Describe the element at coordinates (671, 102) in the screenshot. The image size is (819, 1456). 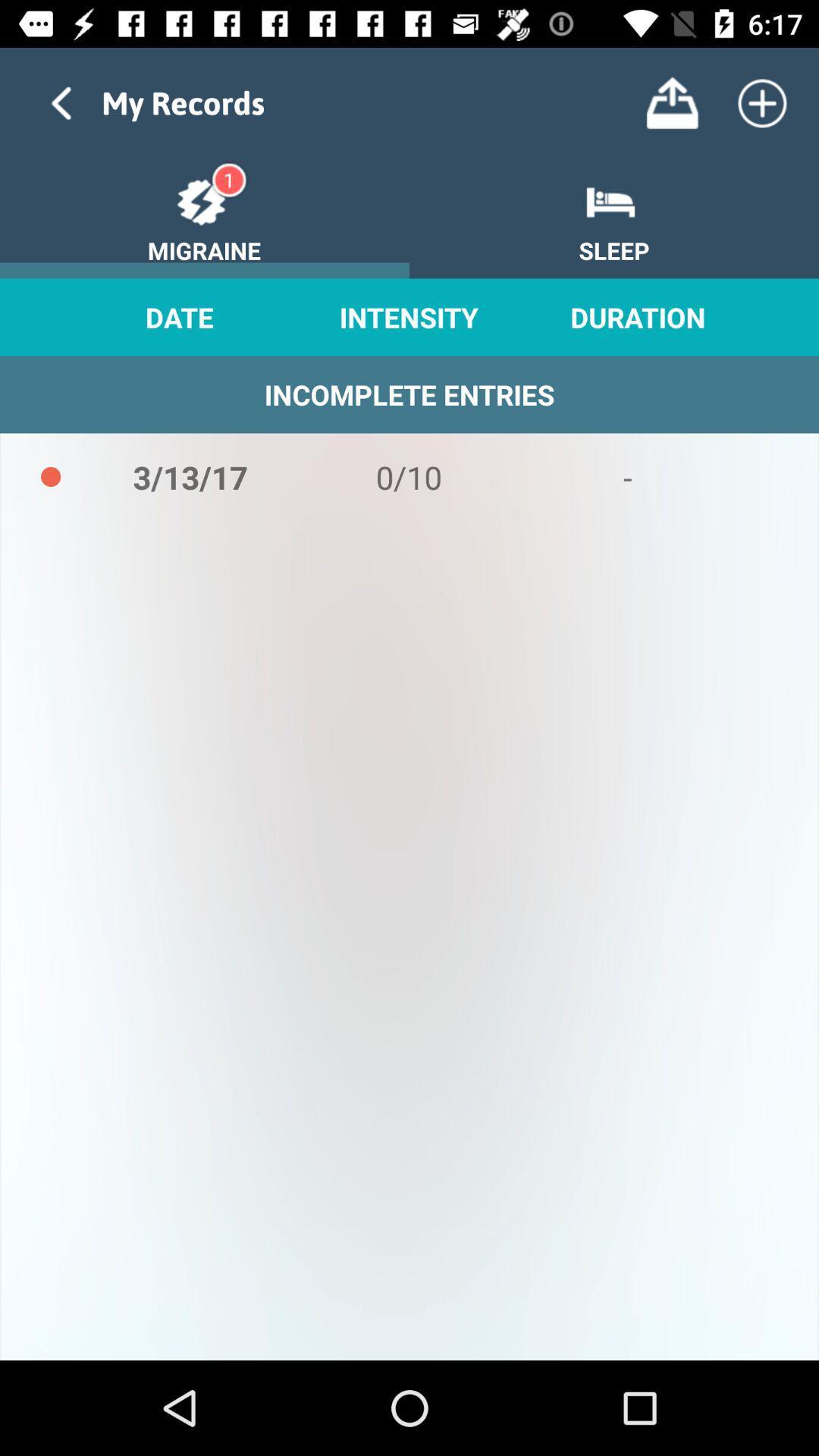
I see `the icon next to my records icon` at that location.